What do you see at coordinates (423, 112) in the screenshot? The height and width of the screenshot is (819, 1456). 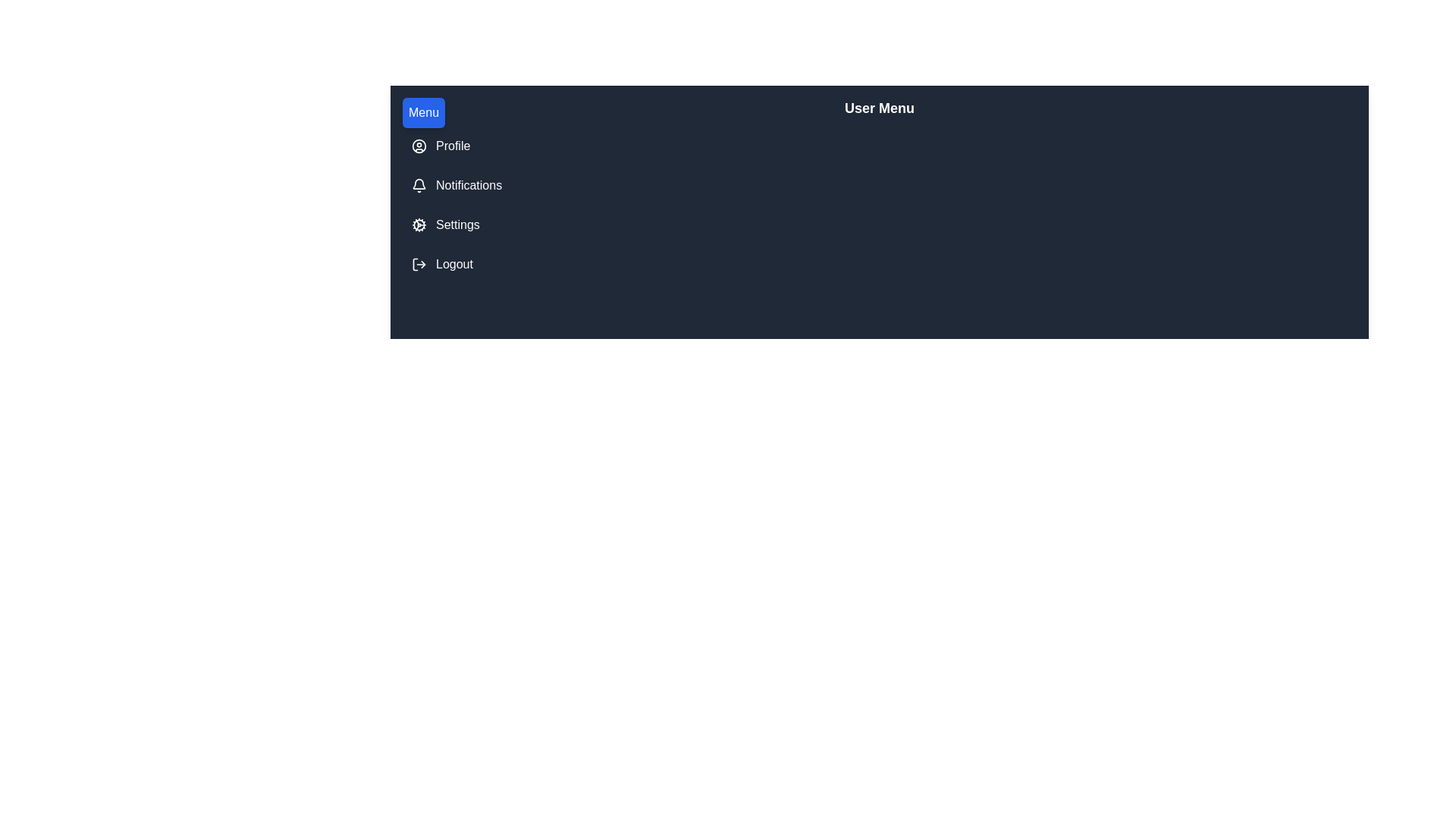 I see `the 'Menu' button to toggle the visibility of the menu` at bounding box center [423, 112].